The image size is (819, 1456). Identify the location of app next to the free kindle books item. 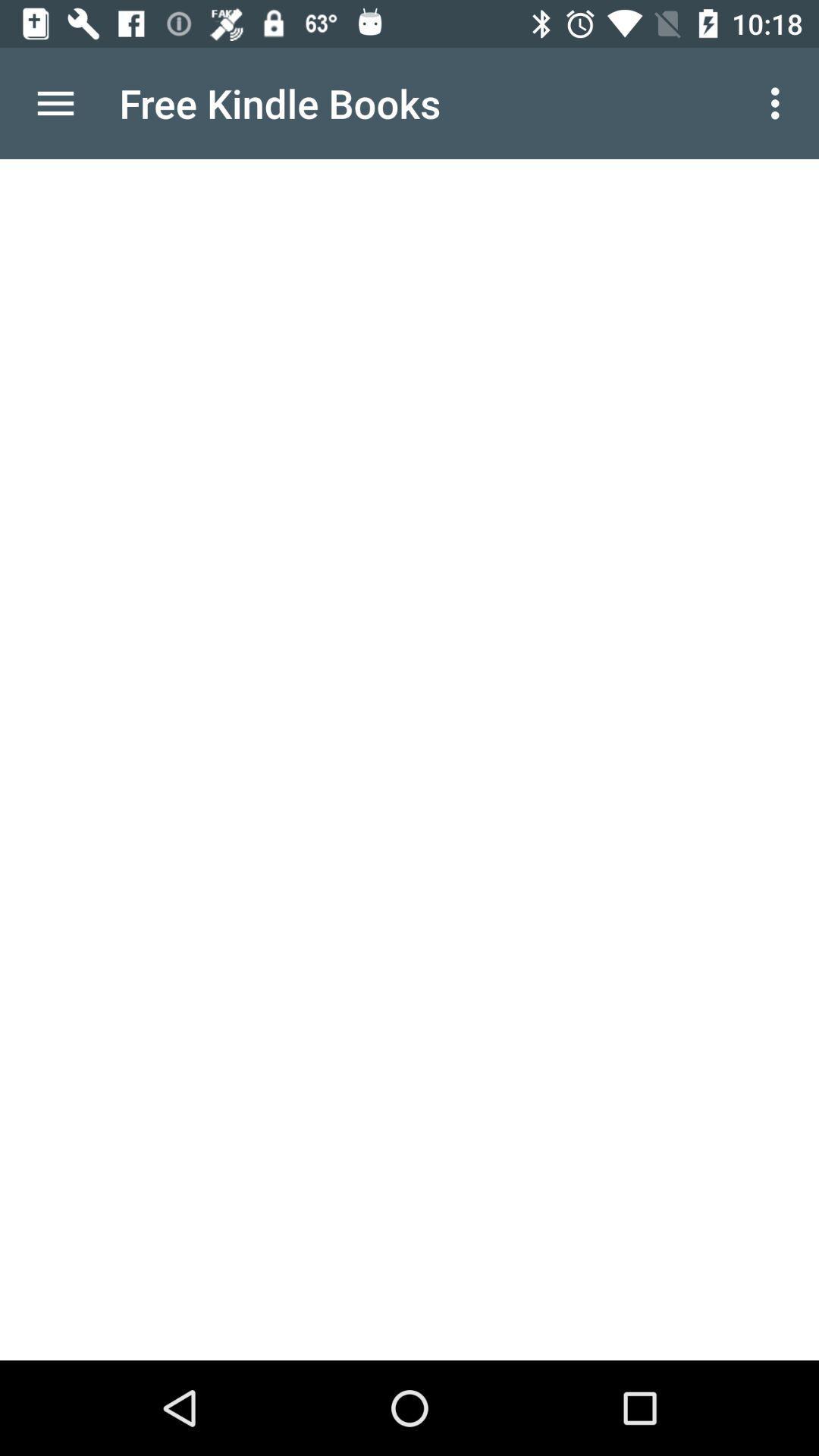
(779, 102).